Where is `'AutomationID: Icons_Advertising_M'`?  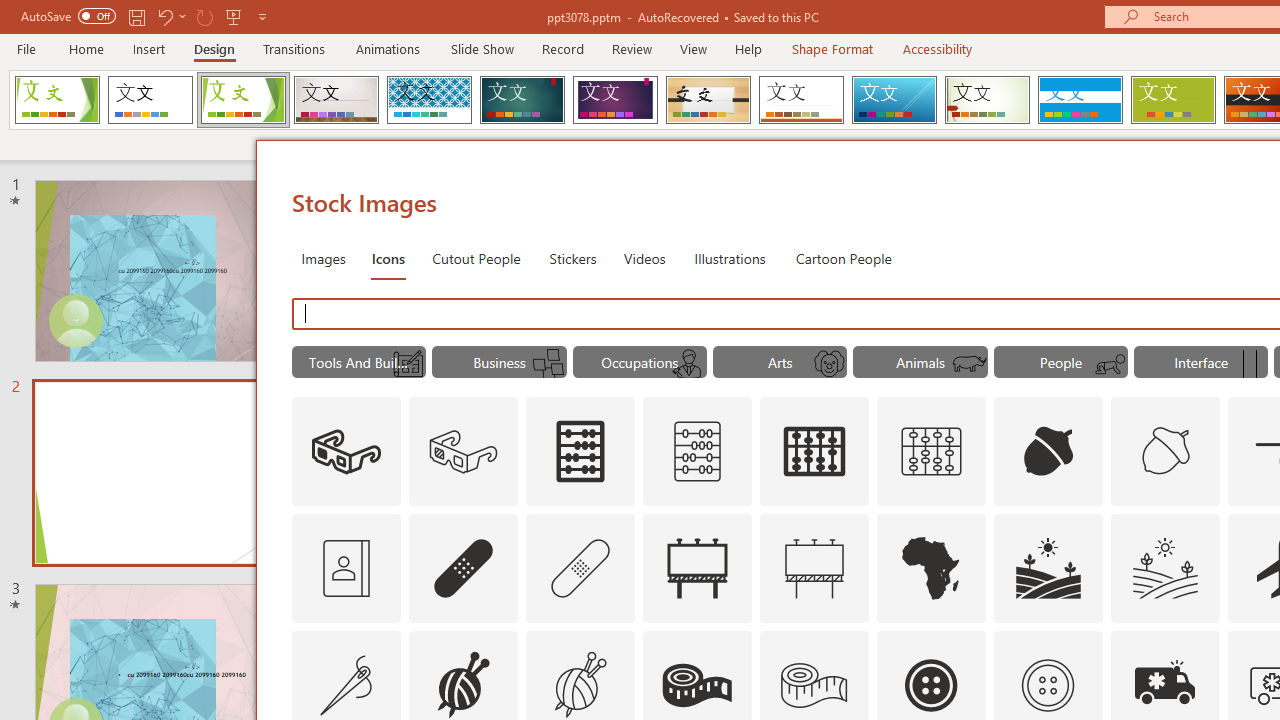 'AutomationID: Icons_Advertising_M' is located at coordinates (815, 568).